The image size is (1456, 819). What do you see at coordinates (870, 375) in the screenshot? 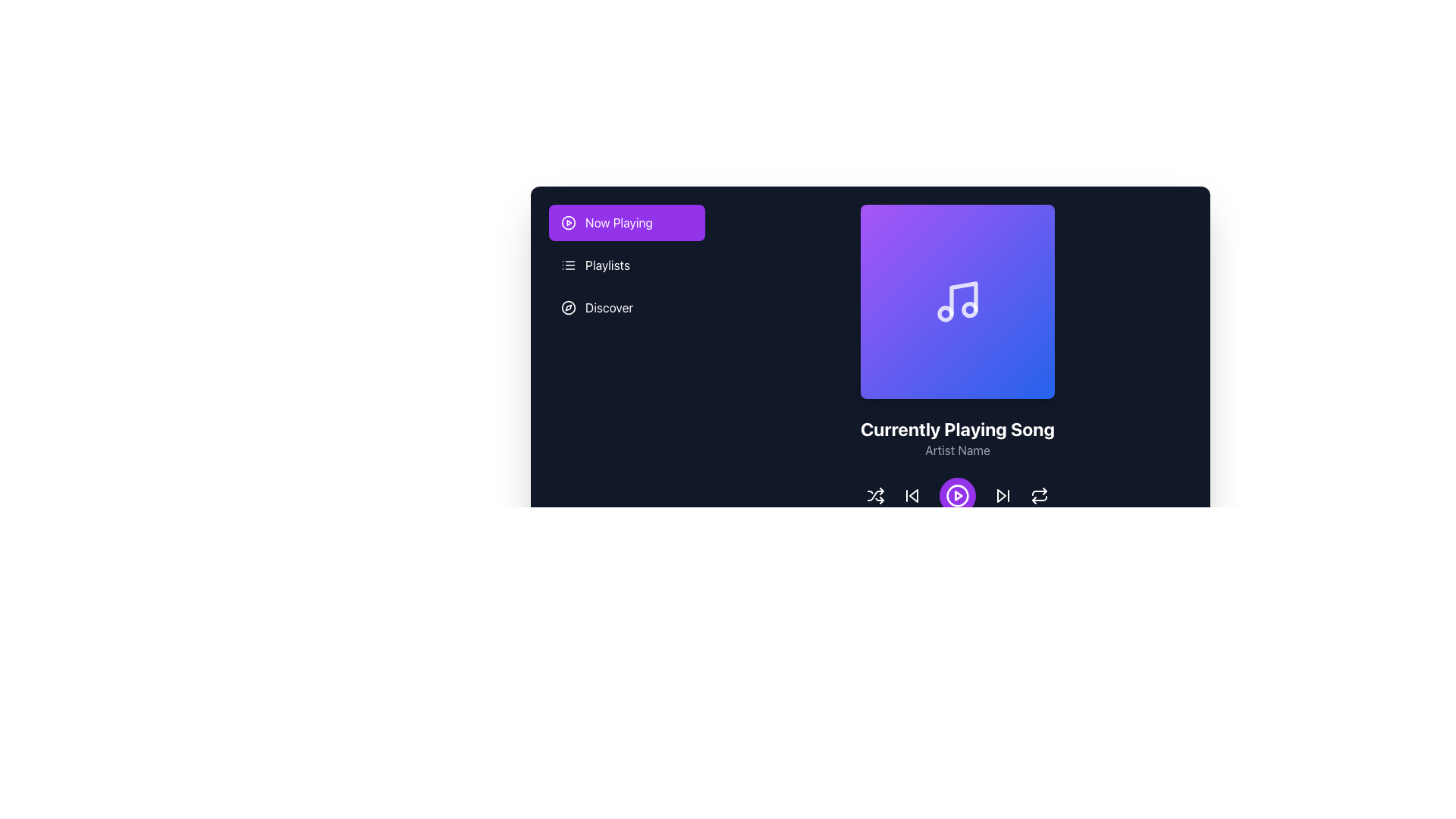
I see `the album art image element representing the currently playing track for rearrangement` at bounding box center [870, 375].